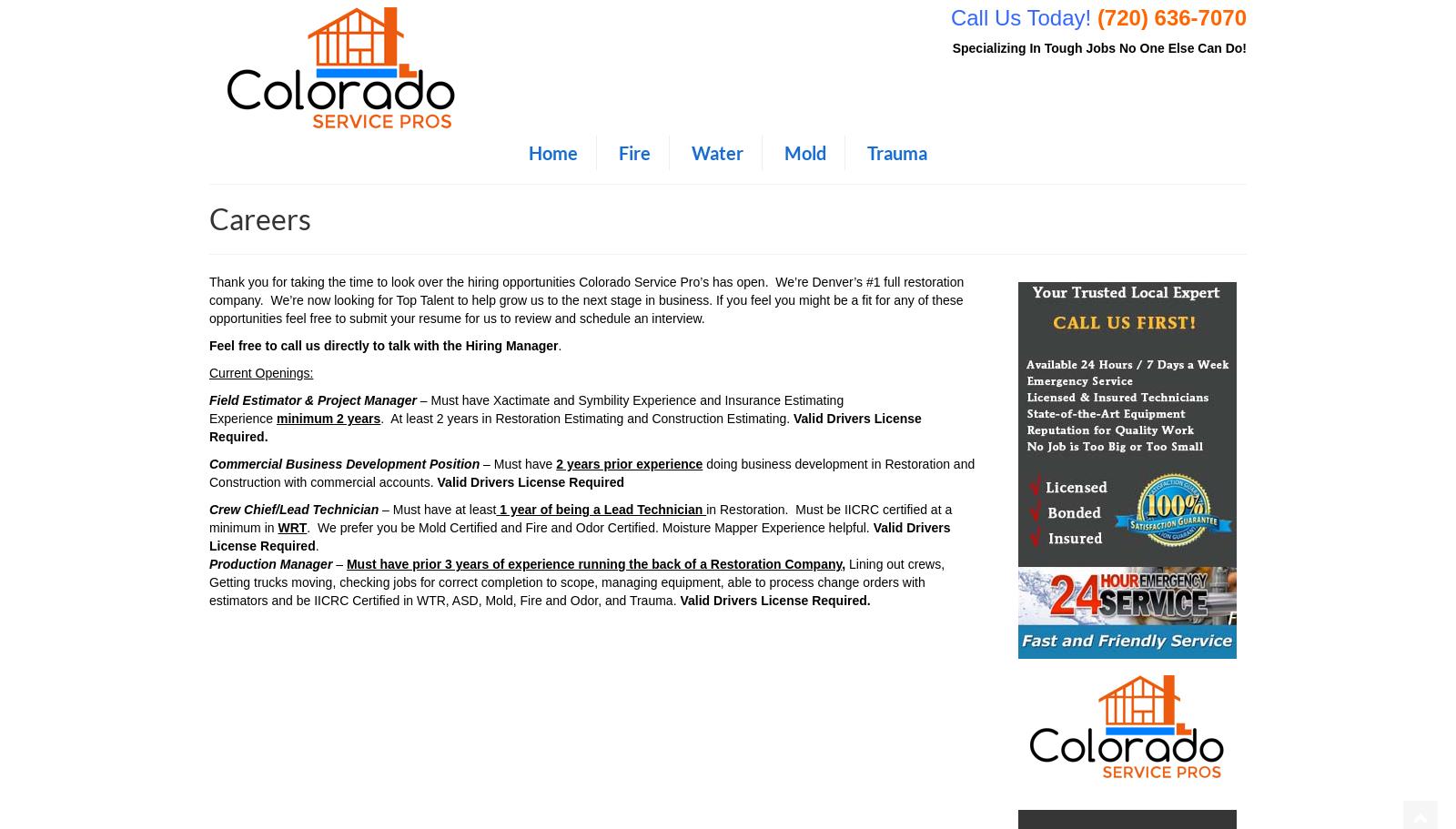 The width and height of the screenshot is (1456, 829). What do you see at coordinates (208, 472) in the screenshot?
I see `'doing business development in Restoration and Construction with commercial accounts.'` at bounding box center [208, 472].